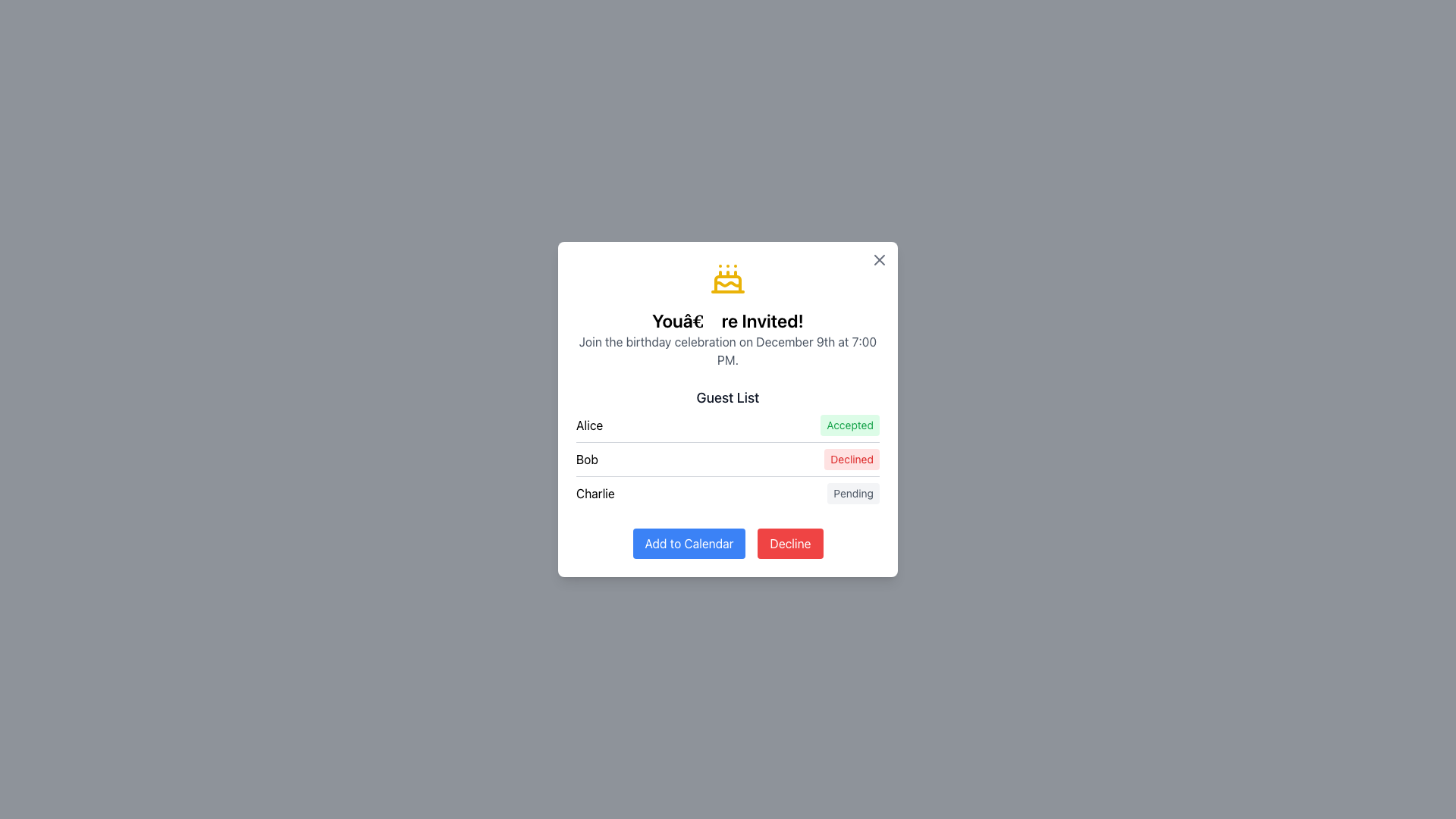 The image size is (1456, 819). I want to click on the 'Decline' button located in the button group at the bottom of the modal dialog, which has a red background and white text, so click(728, 543).